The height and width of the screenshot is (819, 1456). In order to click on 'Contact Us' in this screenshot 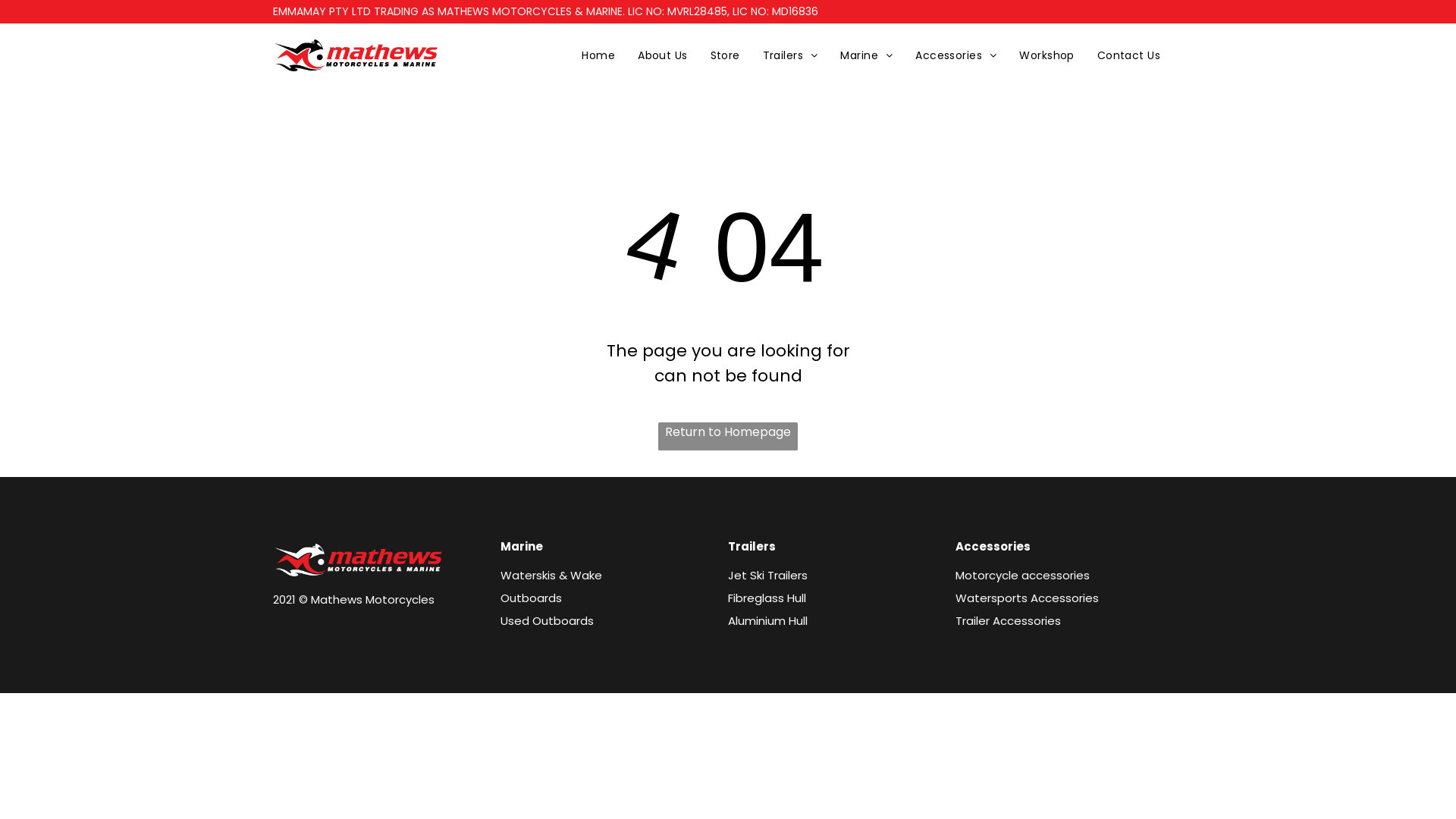, I will do `click(1128, 55)`.